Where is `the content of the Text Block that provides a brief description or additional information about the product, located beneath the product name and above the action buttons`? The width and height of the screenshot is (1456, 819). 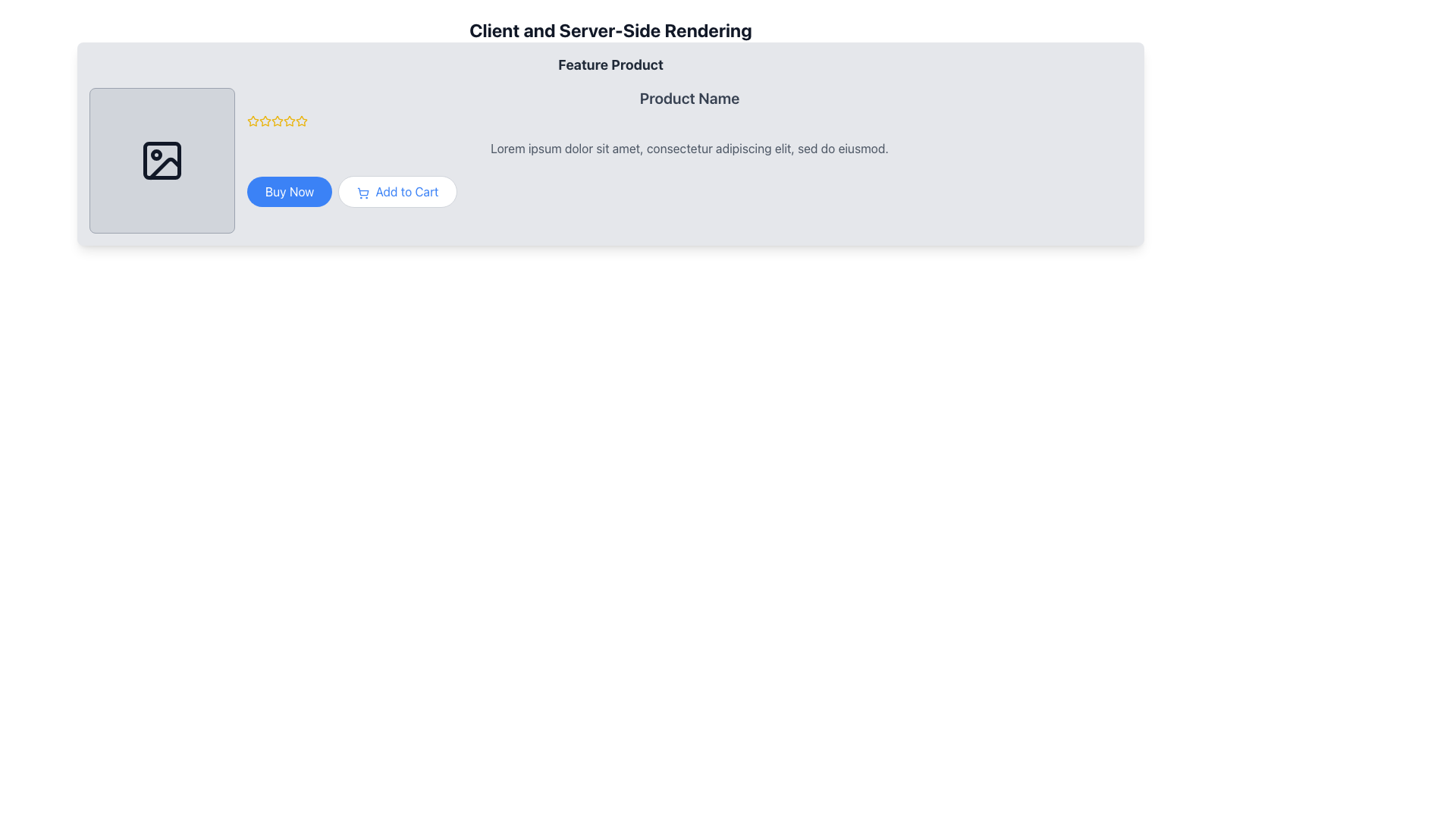
the content of the Text Block that provides a brief description or additional information about the product, located beneath the product name and above the action buttons is located at coordinates (689, 149).